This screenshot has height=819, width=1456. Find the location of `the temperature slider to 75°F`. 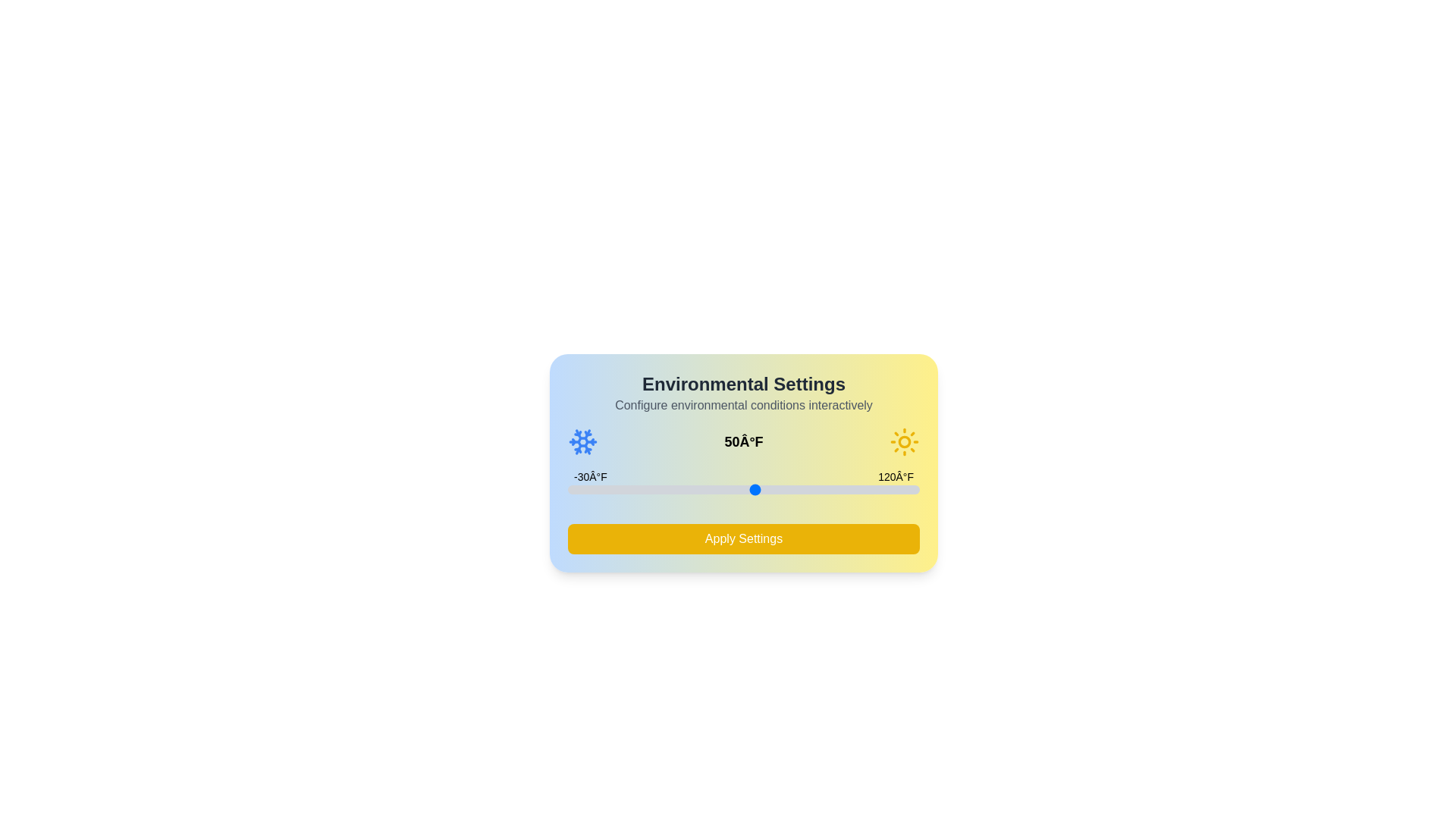

the temperature slider to 75°F is located at coordinates (813, 489).